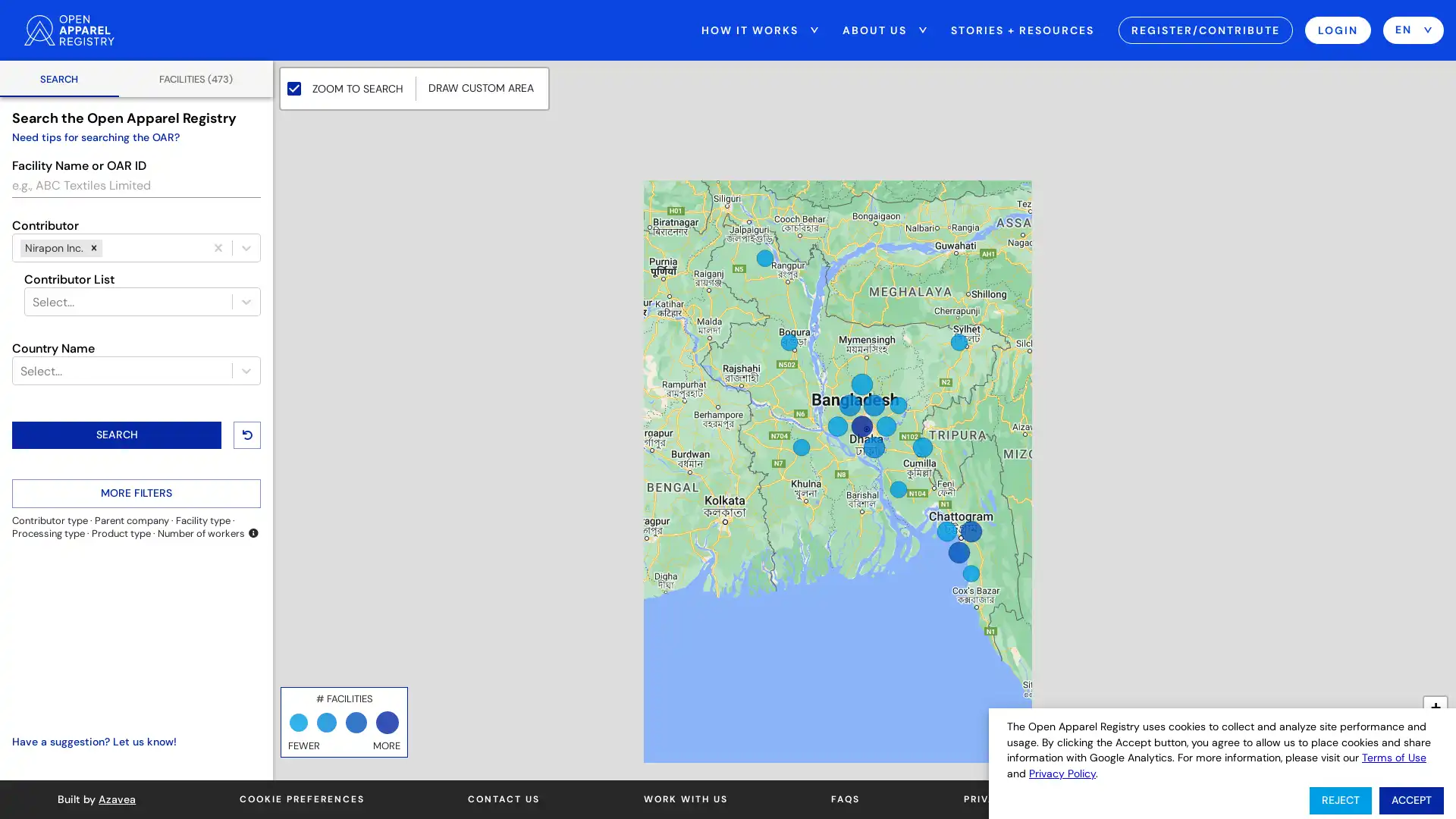 This screenshot has height=819, width=1456. What do you see at coordinates (136, 493) in the screenshot?
I see `MORE FILTERS` at bounding box center [136, 493].